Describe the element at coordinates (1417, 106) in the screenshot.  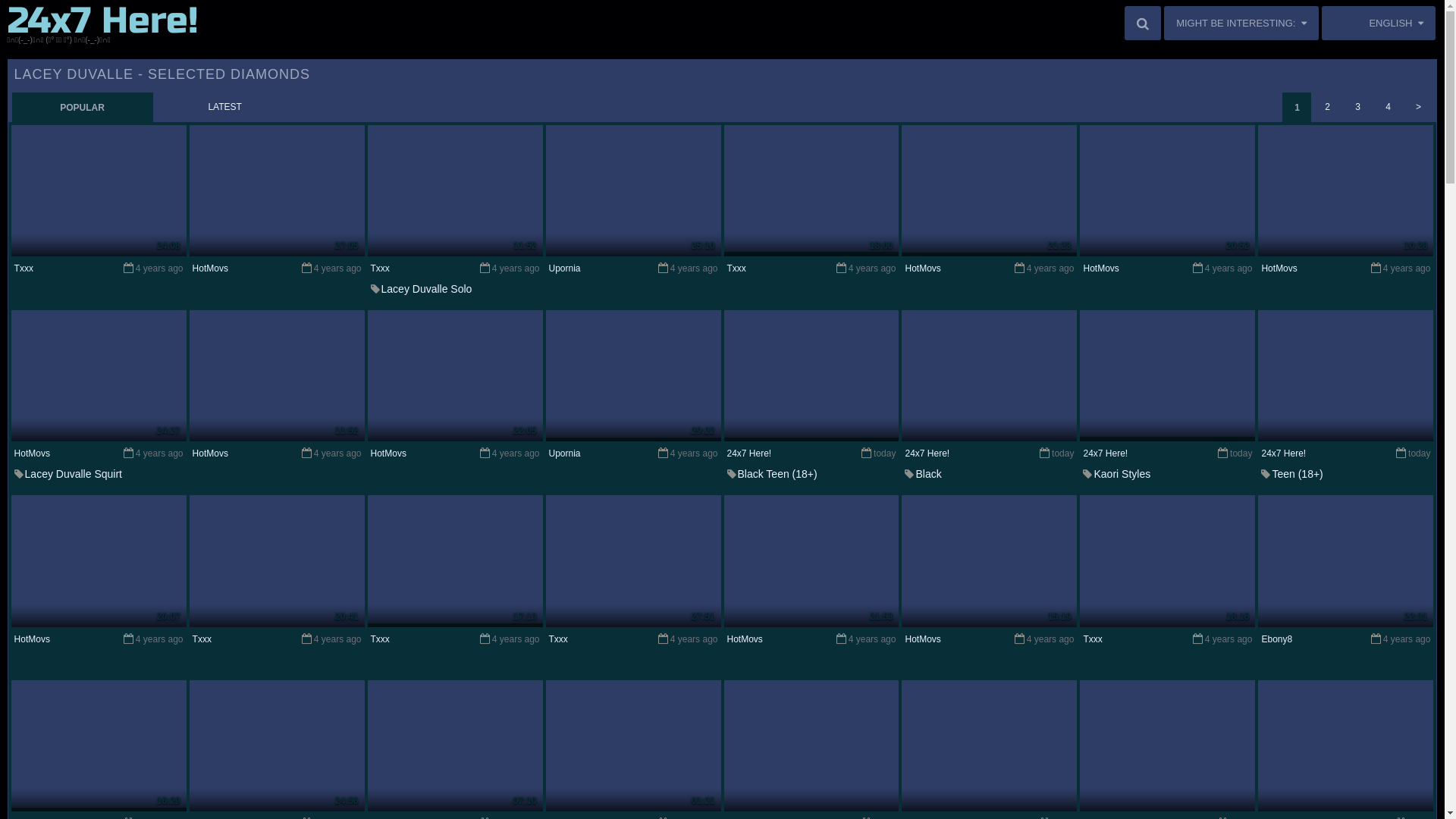
I see `'>'` at that location.